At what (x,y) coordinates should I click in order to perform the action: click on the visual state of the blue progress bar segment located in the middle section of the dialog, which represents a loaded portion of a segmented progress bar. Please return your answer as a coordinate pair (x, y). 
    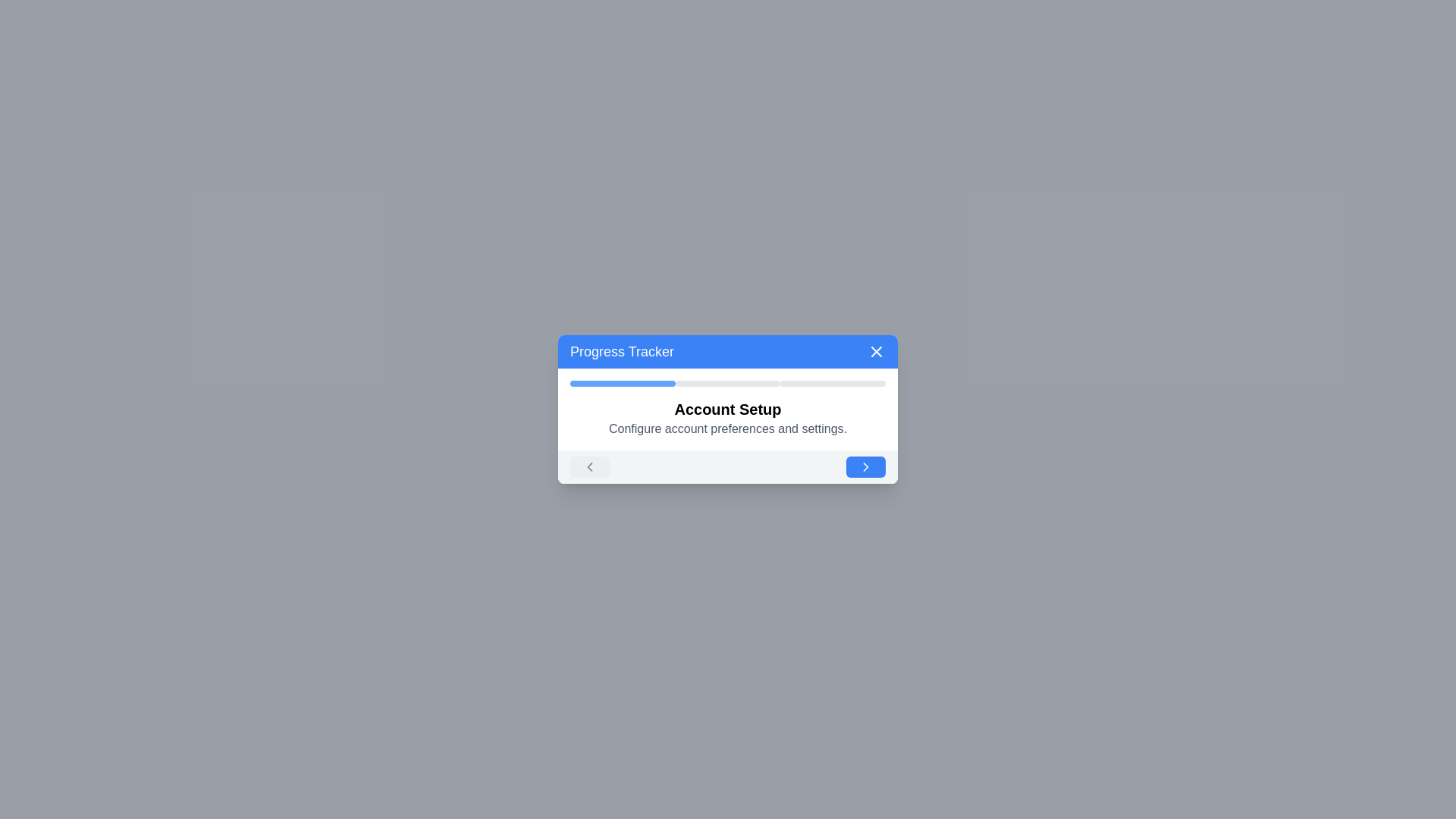
    Looking at the image, I should click on (623, 382).